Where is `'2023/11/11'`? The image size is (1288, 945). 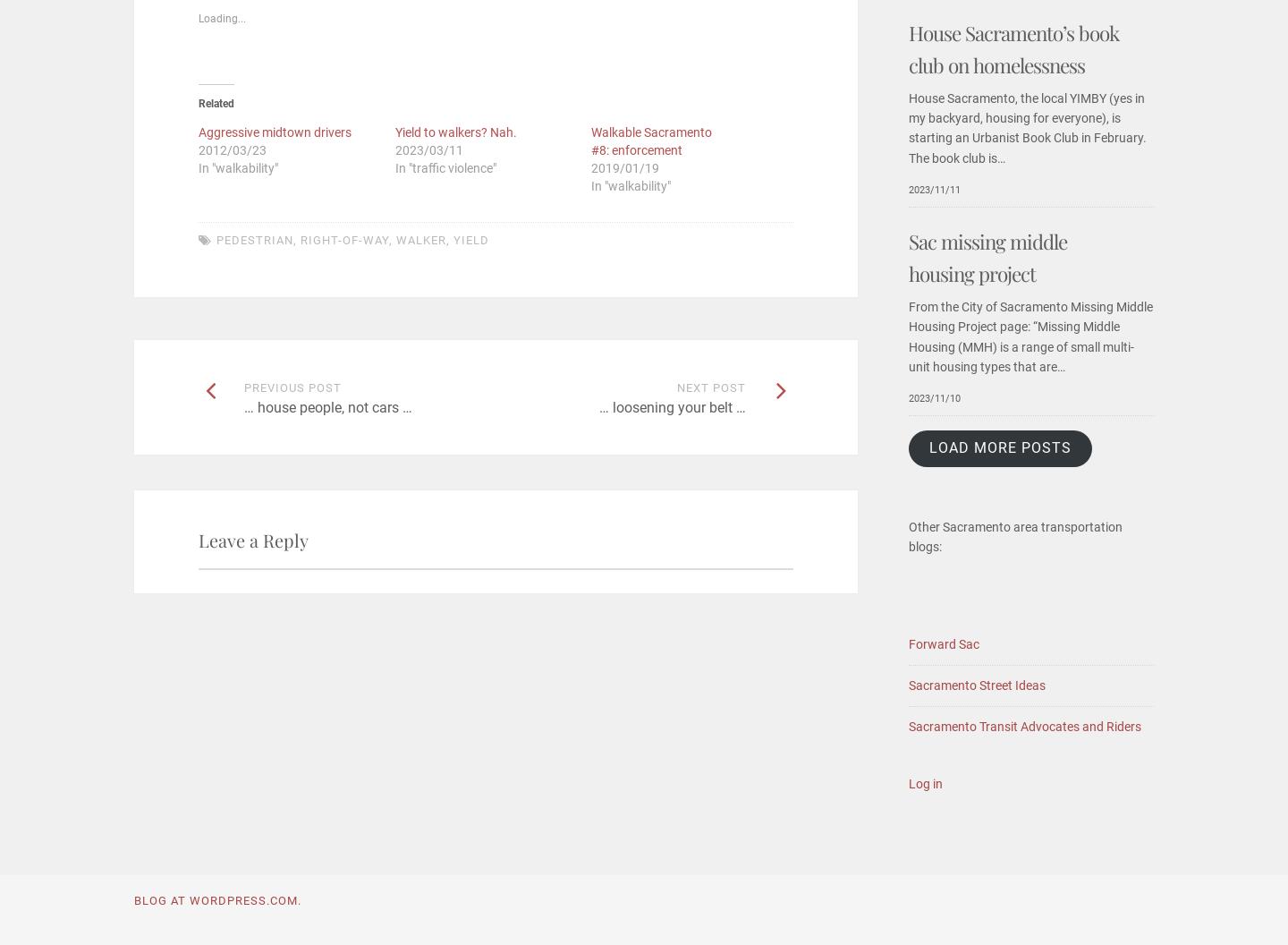 '2023/11/11' is located at coordinates (935, 189).